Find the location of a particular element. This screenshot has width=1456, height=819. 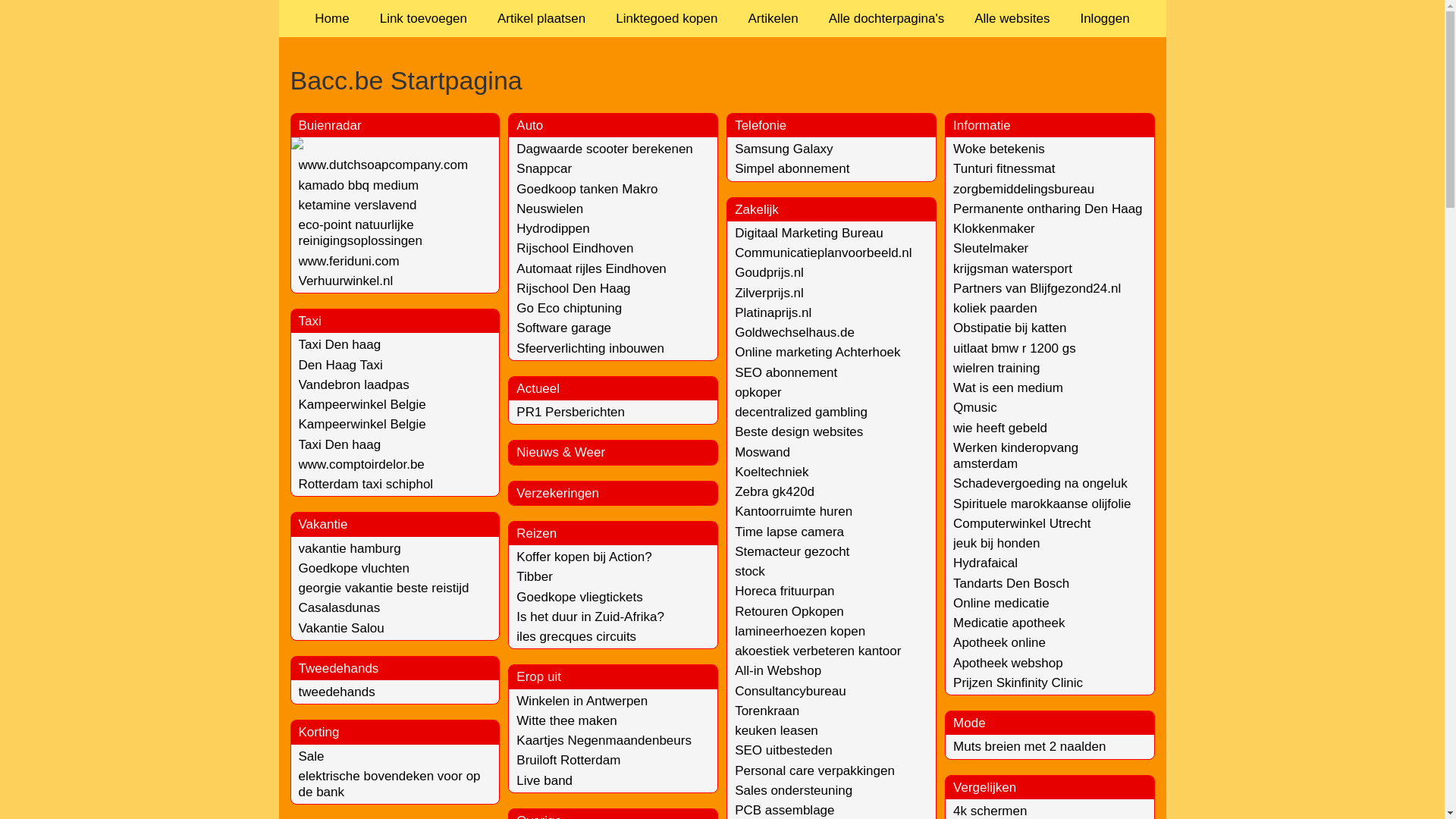

'Horeca frituurpan' is located at coordinates (784, 590).